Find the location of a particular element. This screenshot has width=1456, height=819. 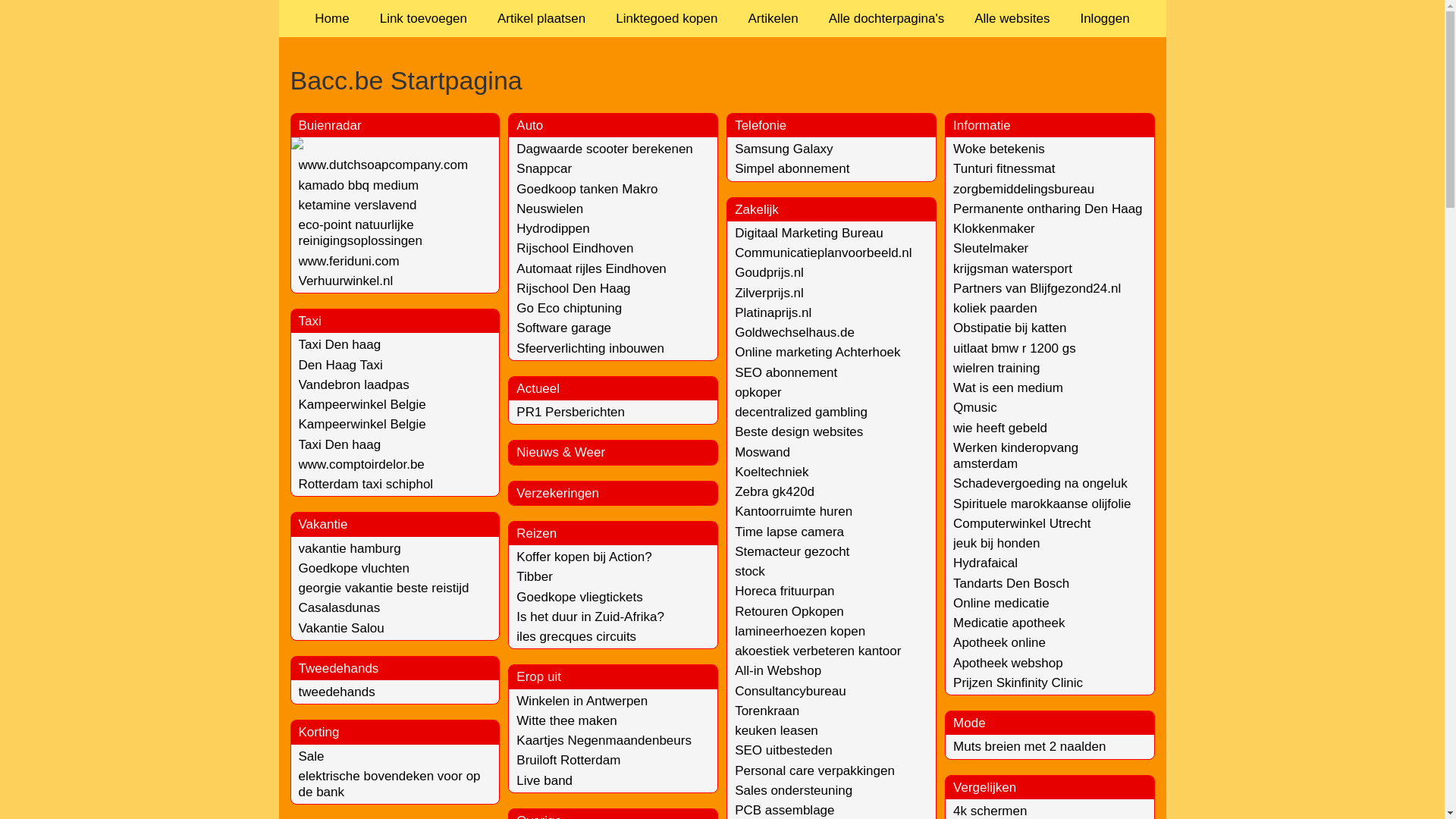

'Horeca frituurpan' is located at coordinates (784, 590).